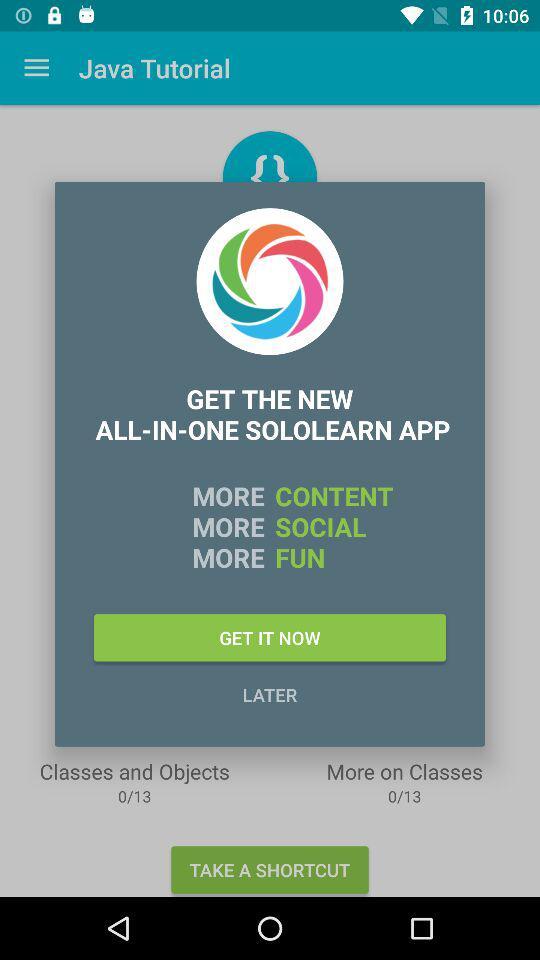 The width and height of the screenshot is (540, 960). Describe the element at coordinates (270, 694) in the screenshot. I see `the icon below the get it now icon` at that location.